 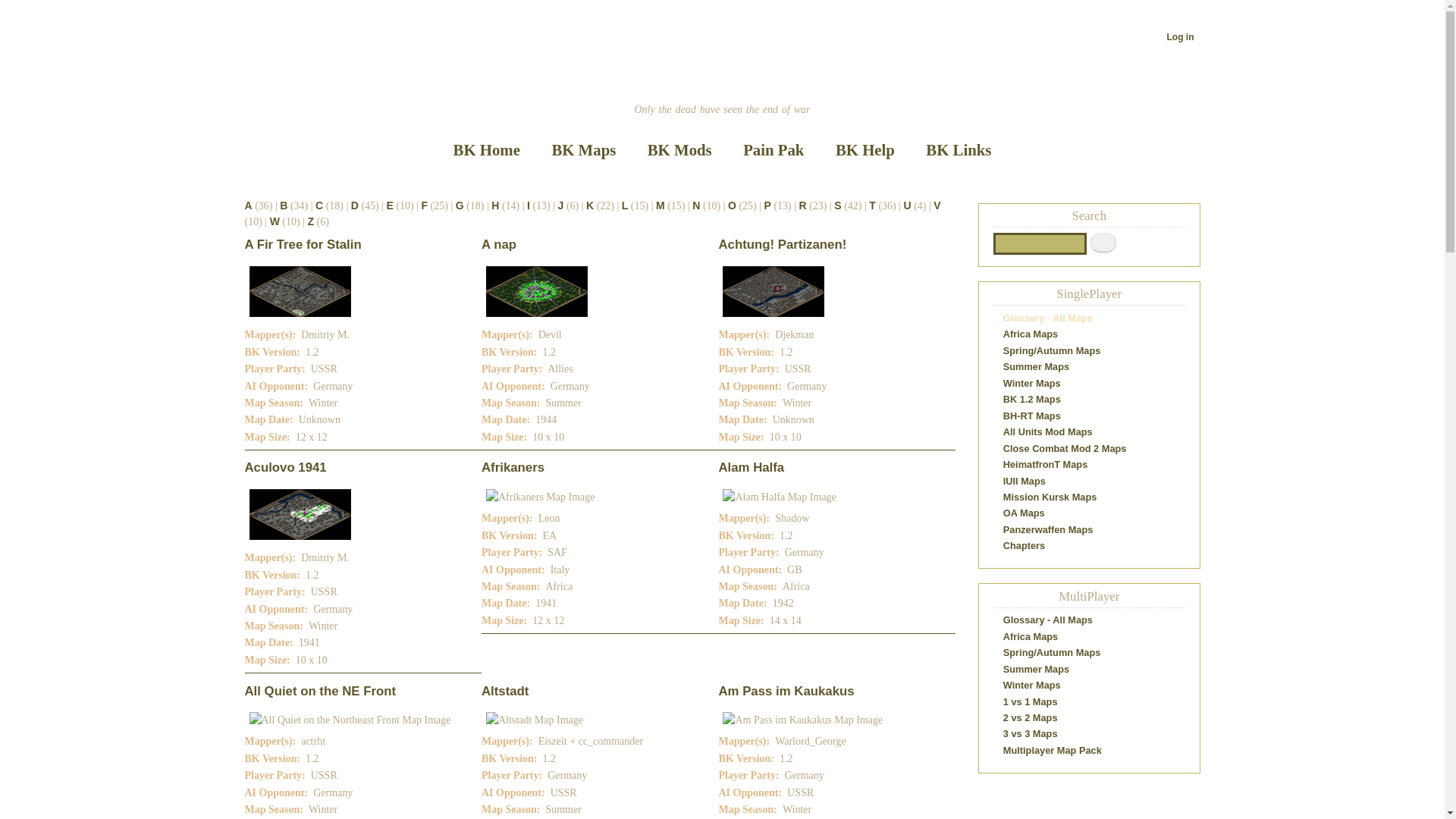 I want to click on 'All Units Mod Maps', so click(x=1003, y=431).